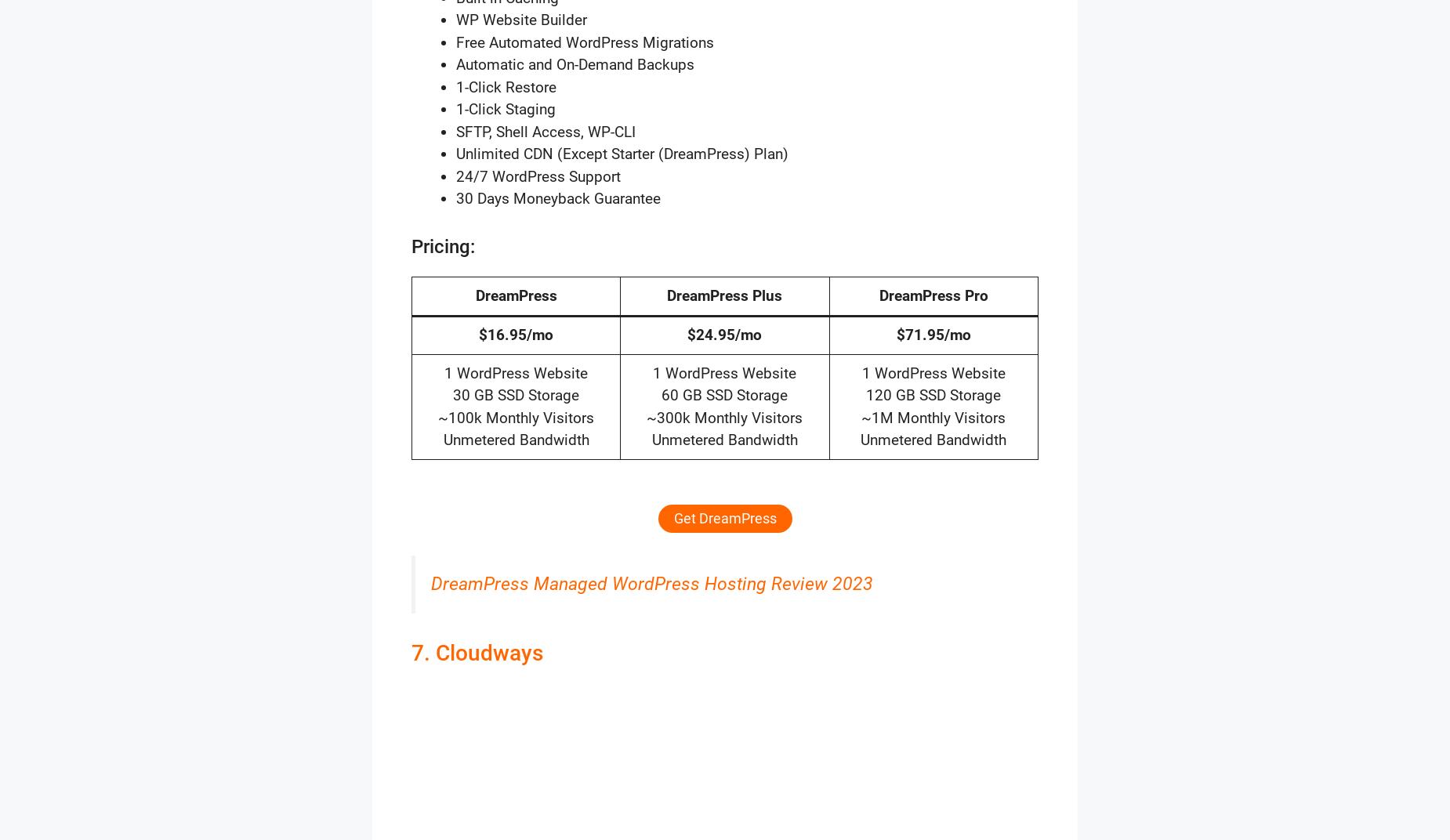 Image resolution: width=1450 pixels, height=840 pixels. I want to click on 'Automatic and On-Demand Backups', so click(575, 64).